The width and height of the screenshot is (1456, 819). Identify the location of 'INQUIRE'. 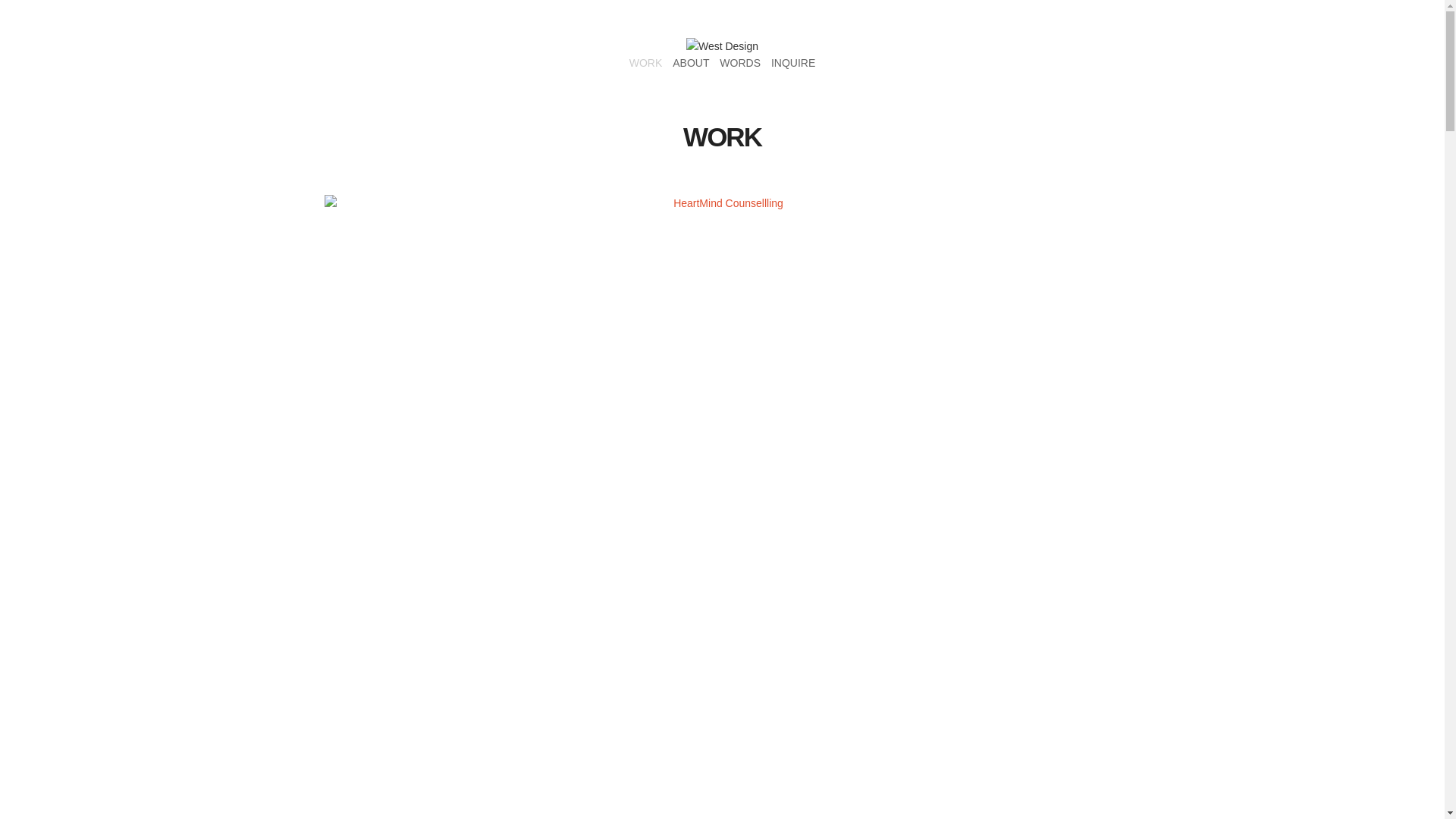
(792, 62).